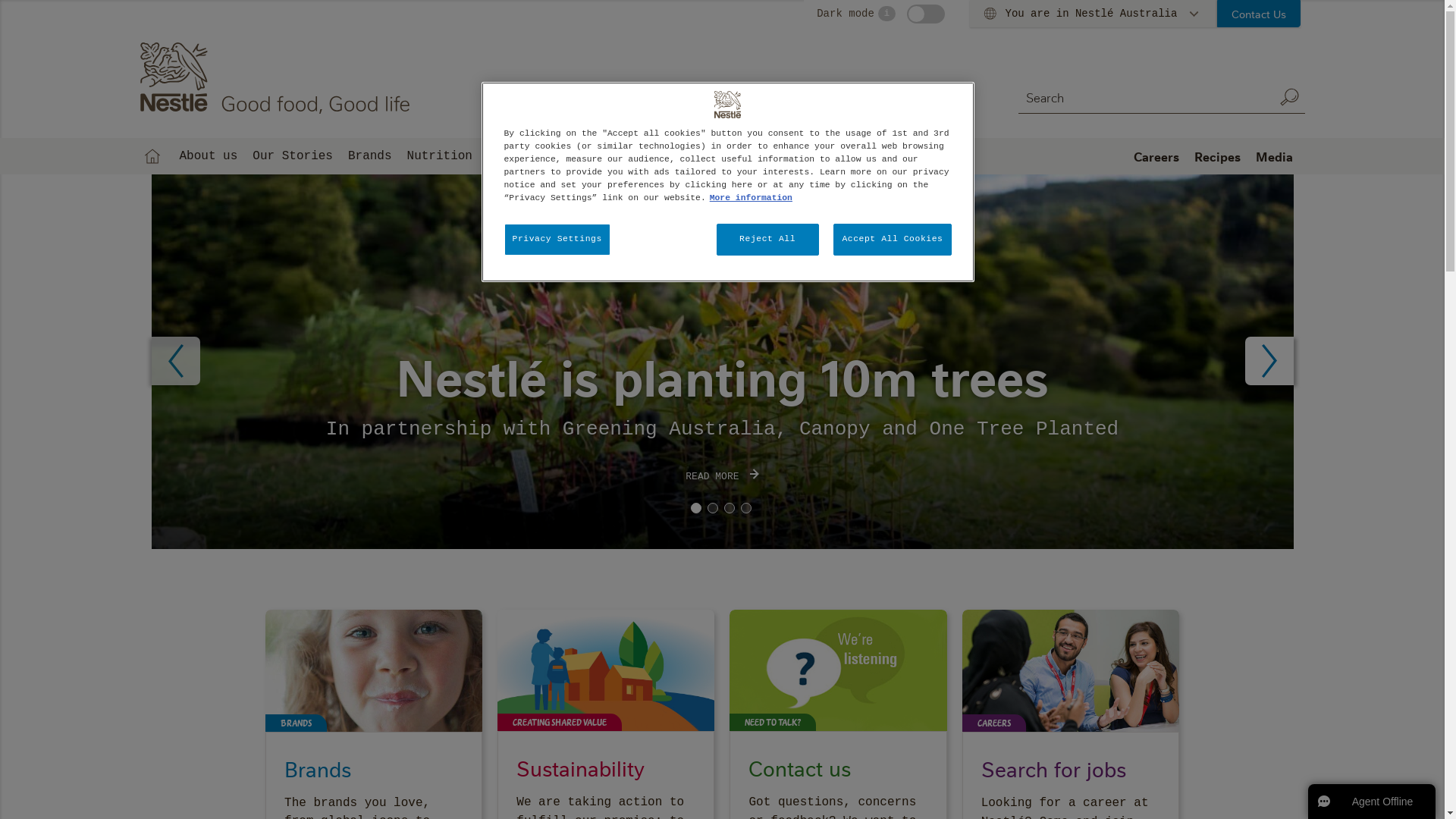 The image size is (1456, 819). What do you see at coordinates (244, 155) in the screenshot?
I see `'Our Stories'` at bounding box center [244, 155].